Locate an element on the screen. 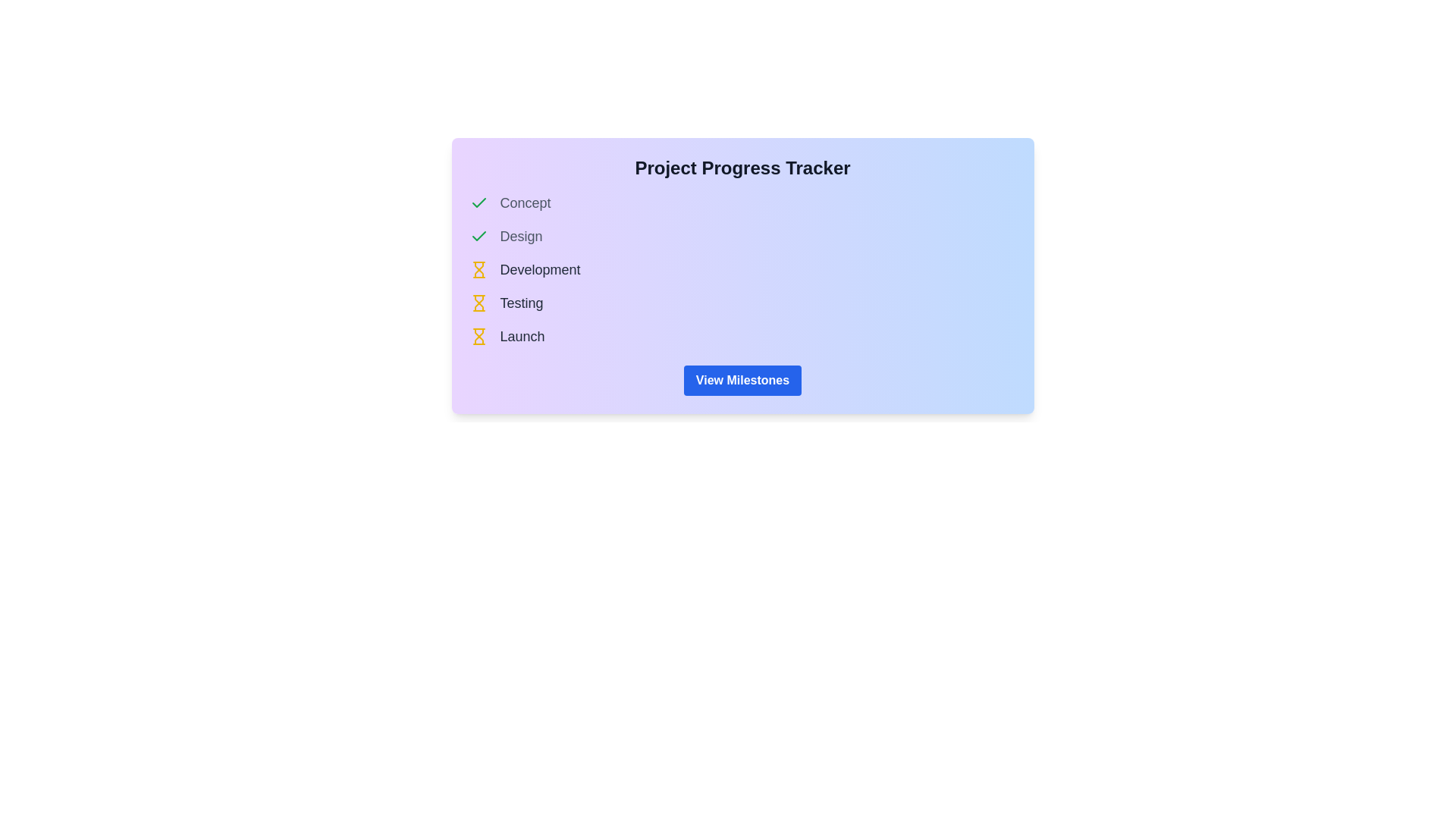 Image resolution: width=1456 pixels, height=819 pixels. the 'Development' milestone in the Project Progress Tracker, which is the third entry in the vertical list of milestones is located at coordinates (540, 268).